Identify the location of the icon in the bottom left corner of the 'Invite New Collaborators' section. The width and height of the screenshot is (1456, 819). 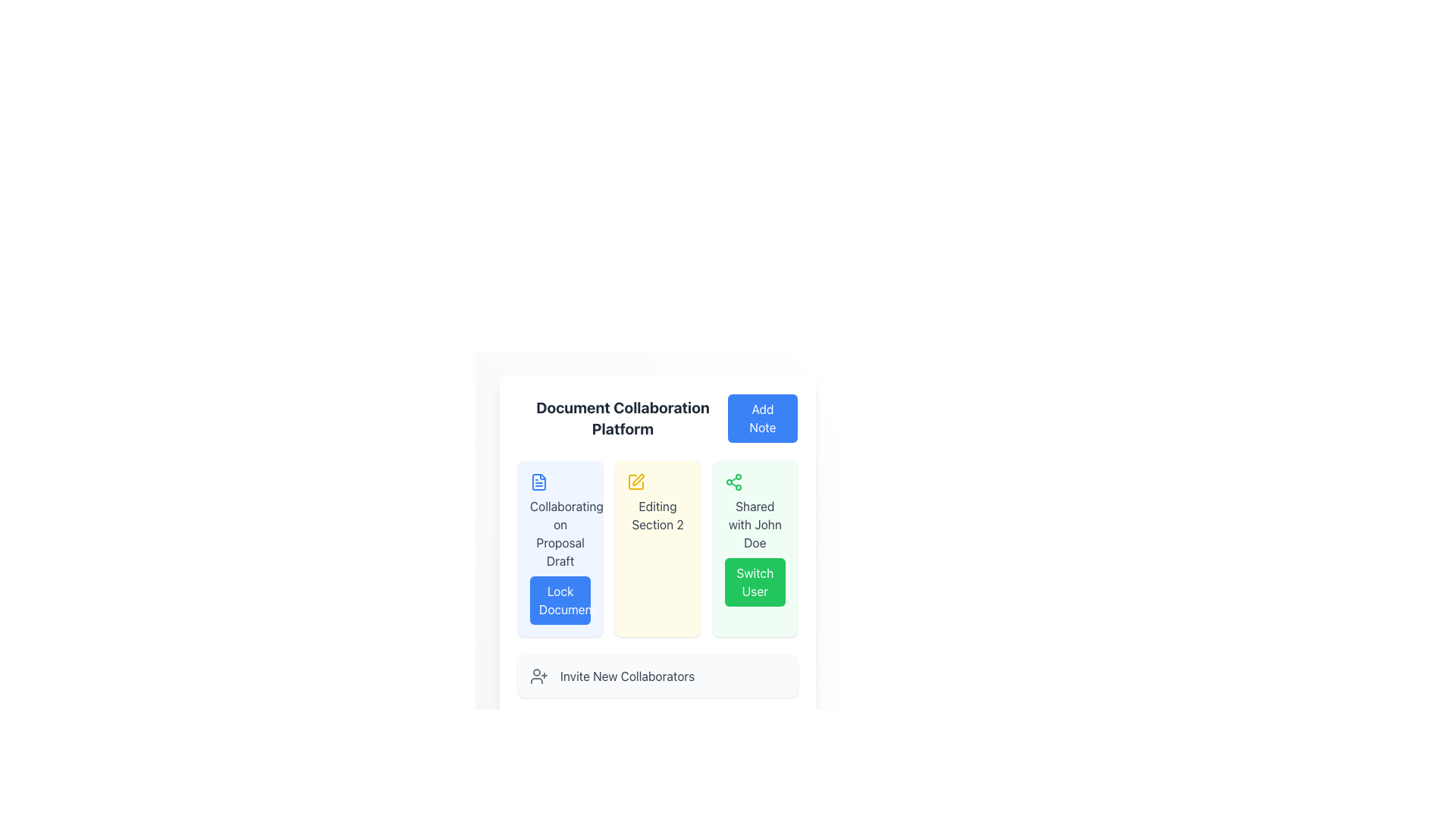
(538, 675).